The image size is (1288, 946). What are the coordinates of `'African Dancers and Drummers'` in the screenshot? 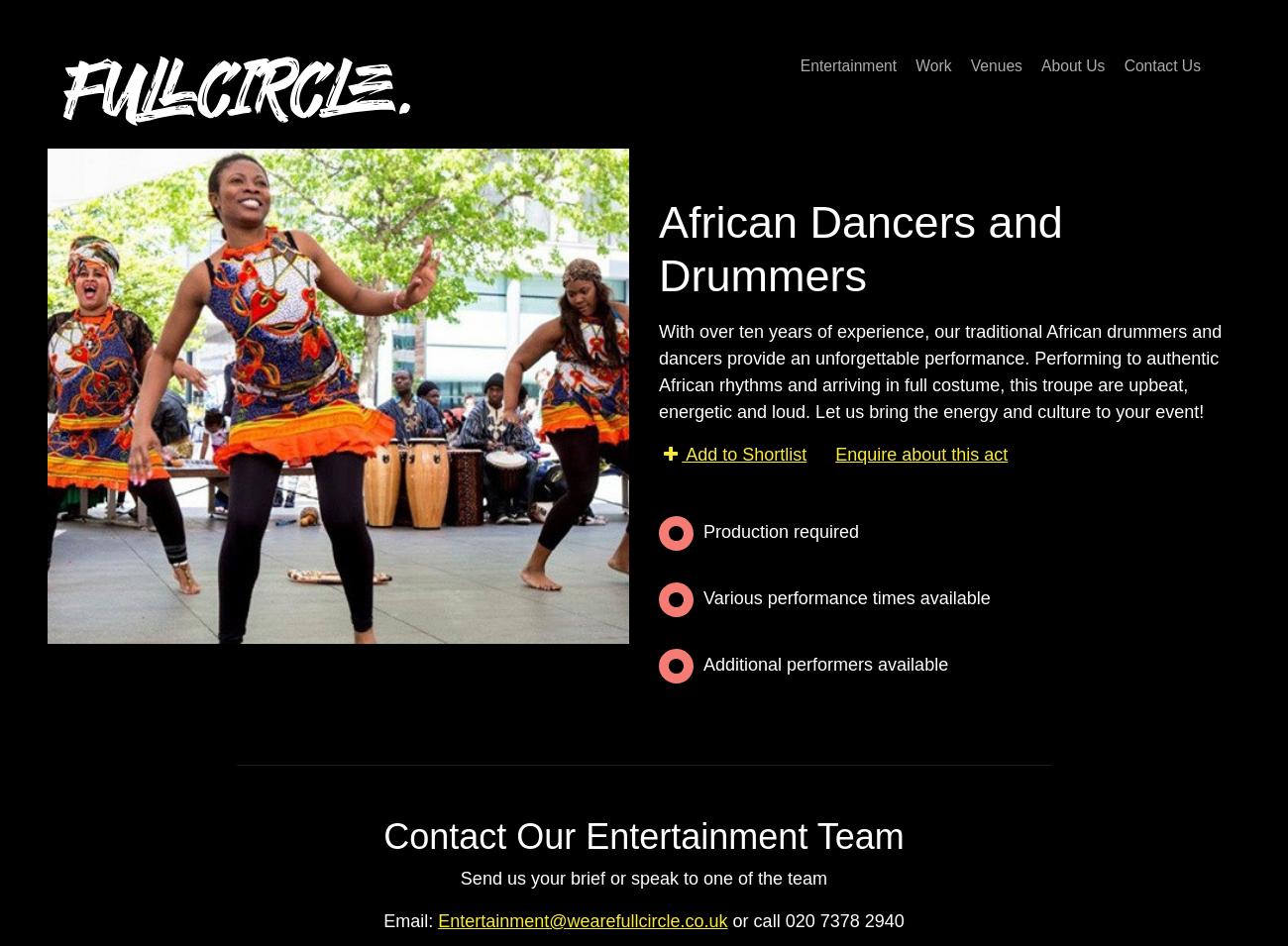 It's located at (859, 249).